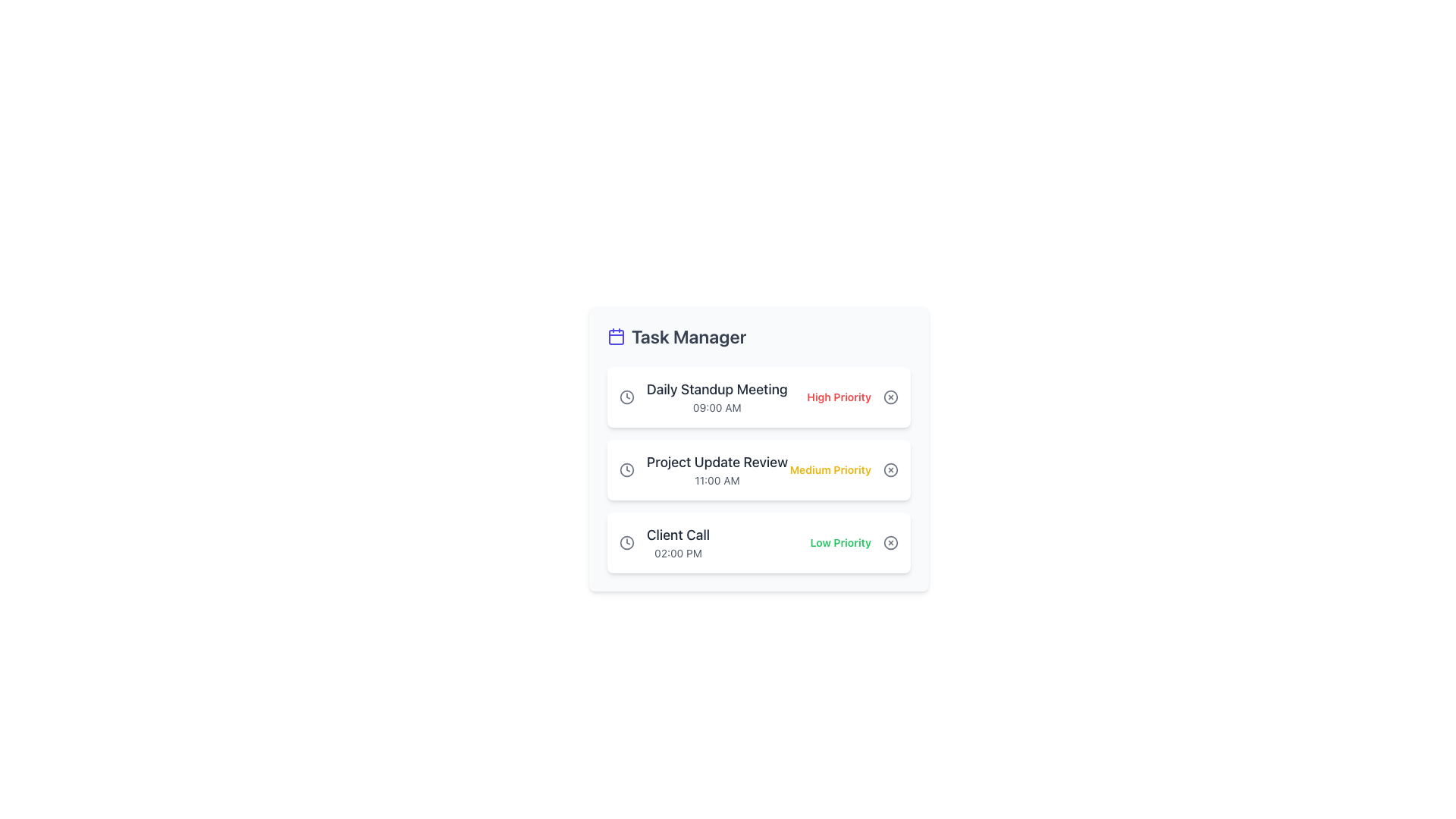 The image size is (1456, 819). What do you see at coordinates (891, 542) in the screenshot?
I see `the circular icon located on the right side of the 'Client Call' task entry in the 'Task Manager' interface, which indicates an action to potentially remove or cancel the associated task` at bounding box center [891, 542].